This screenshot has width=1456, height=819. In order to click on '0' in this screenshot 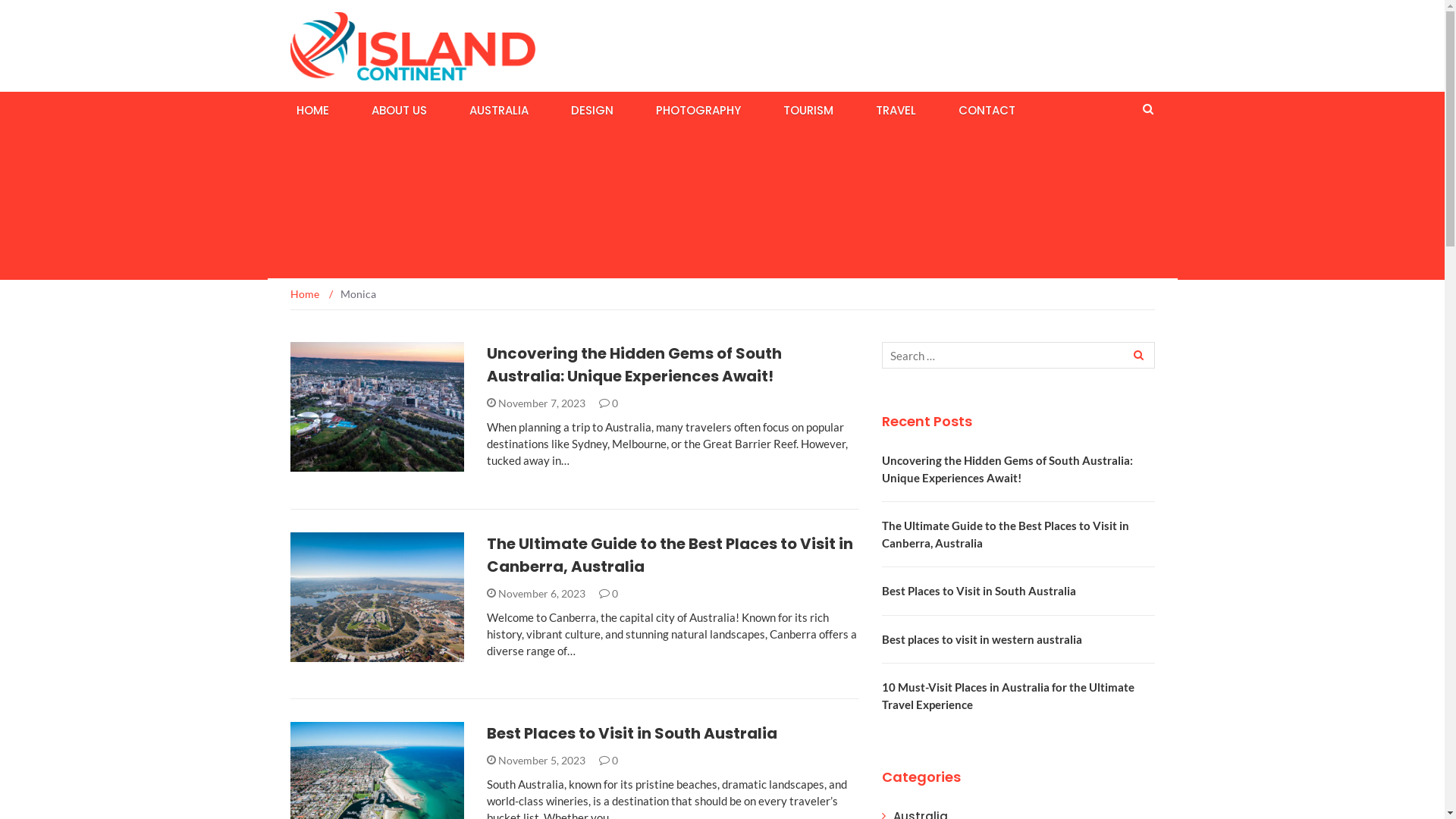, I will do `click(598, 402)`.